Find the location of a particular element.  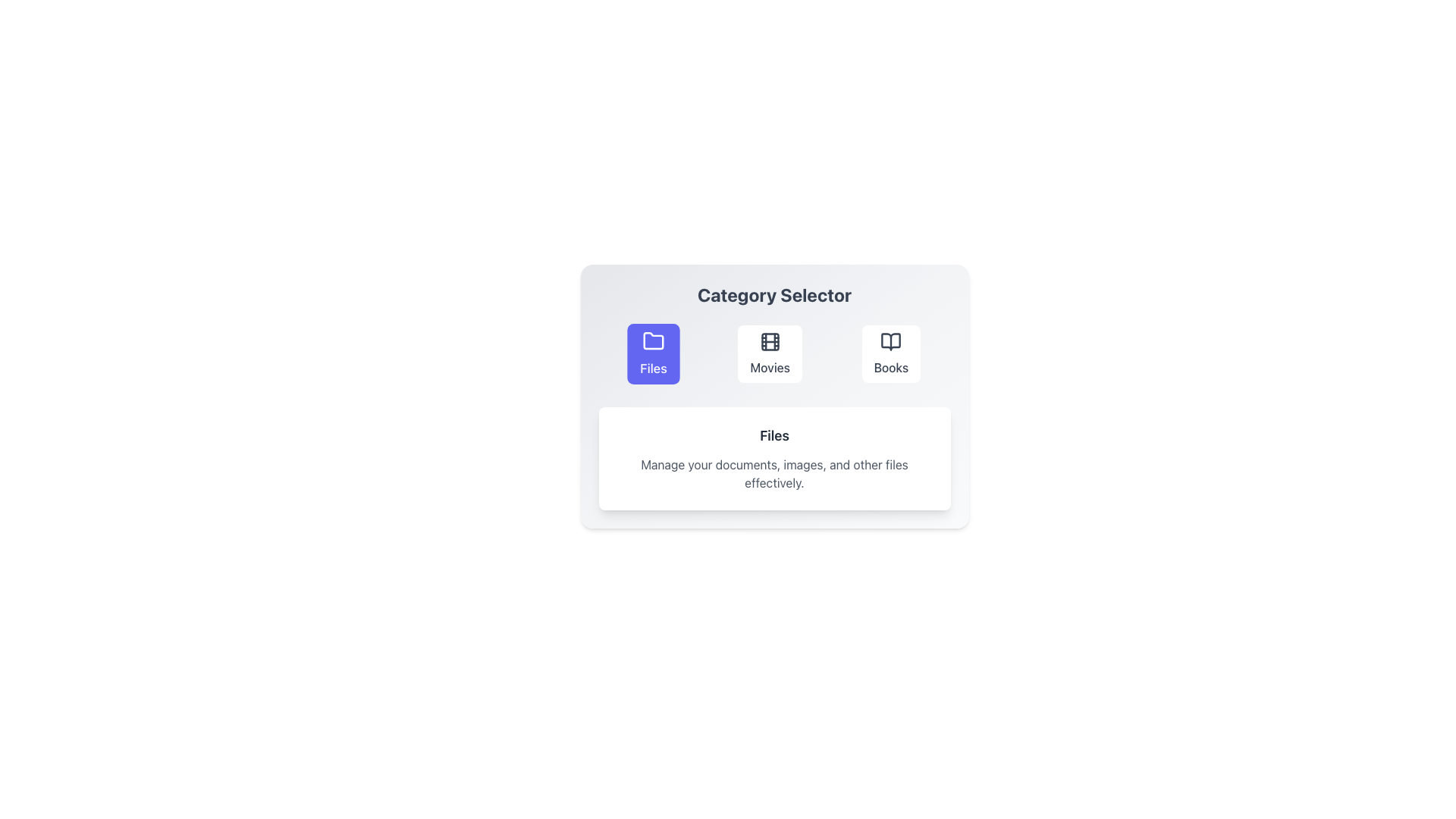

the 'Movies' category card, which is the second card in a group of three categories is located at coordinates (774, 353).